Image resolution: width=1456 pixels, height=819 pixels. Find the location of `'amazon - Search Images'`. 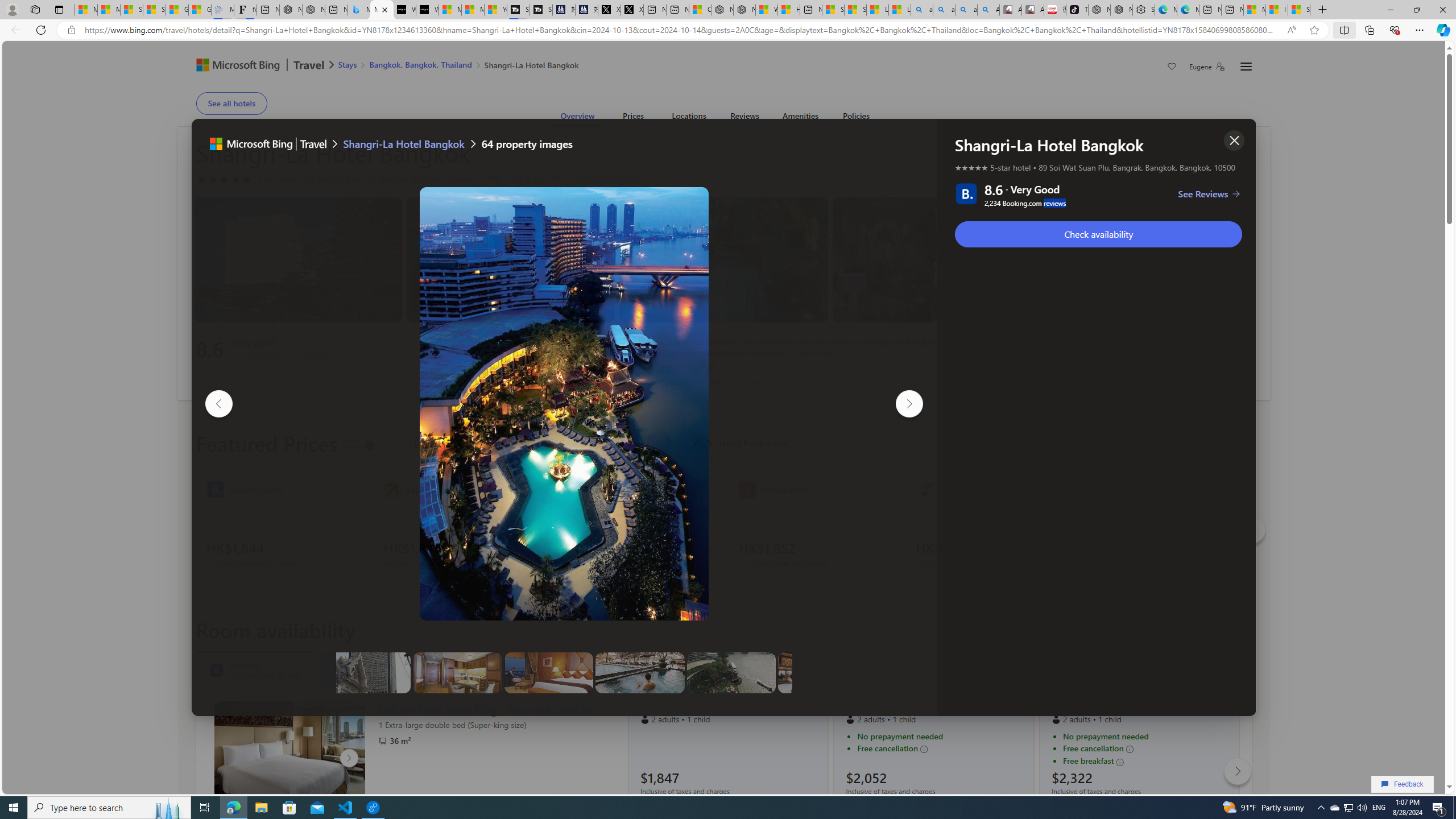

'amazon - Search Images' is located at coordinates (966, 9).